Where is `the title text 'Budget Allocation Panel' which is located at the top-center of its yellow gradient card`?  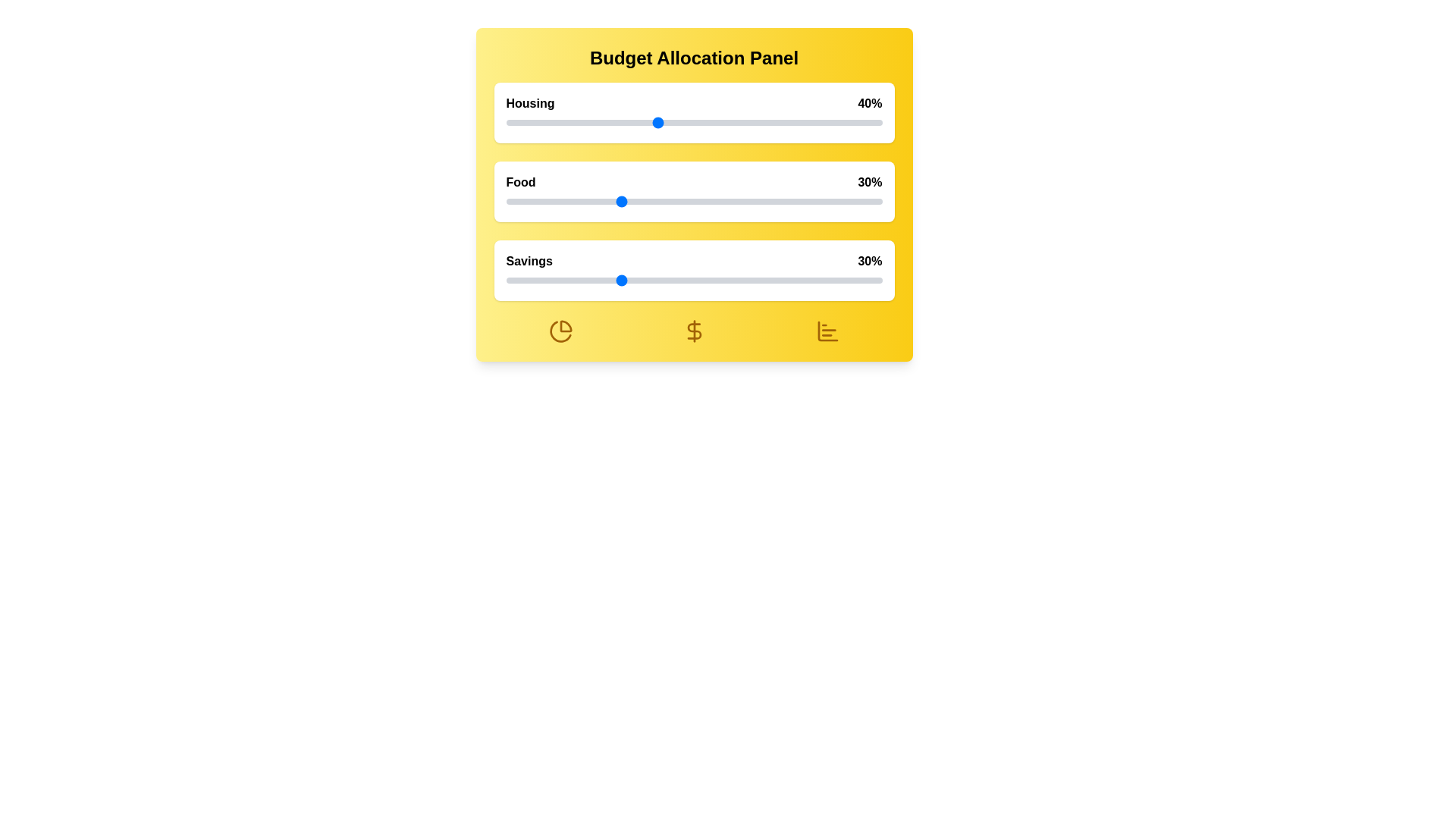 the title text 'Budget Allocation Panel' which is located at the top-center of its yellow gradient card is located at coordinates (693, 58).